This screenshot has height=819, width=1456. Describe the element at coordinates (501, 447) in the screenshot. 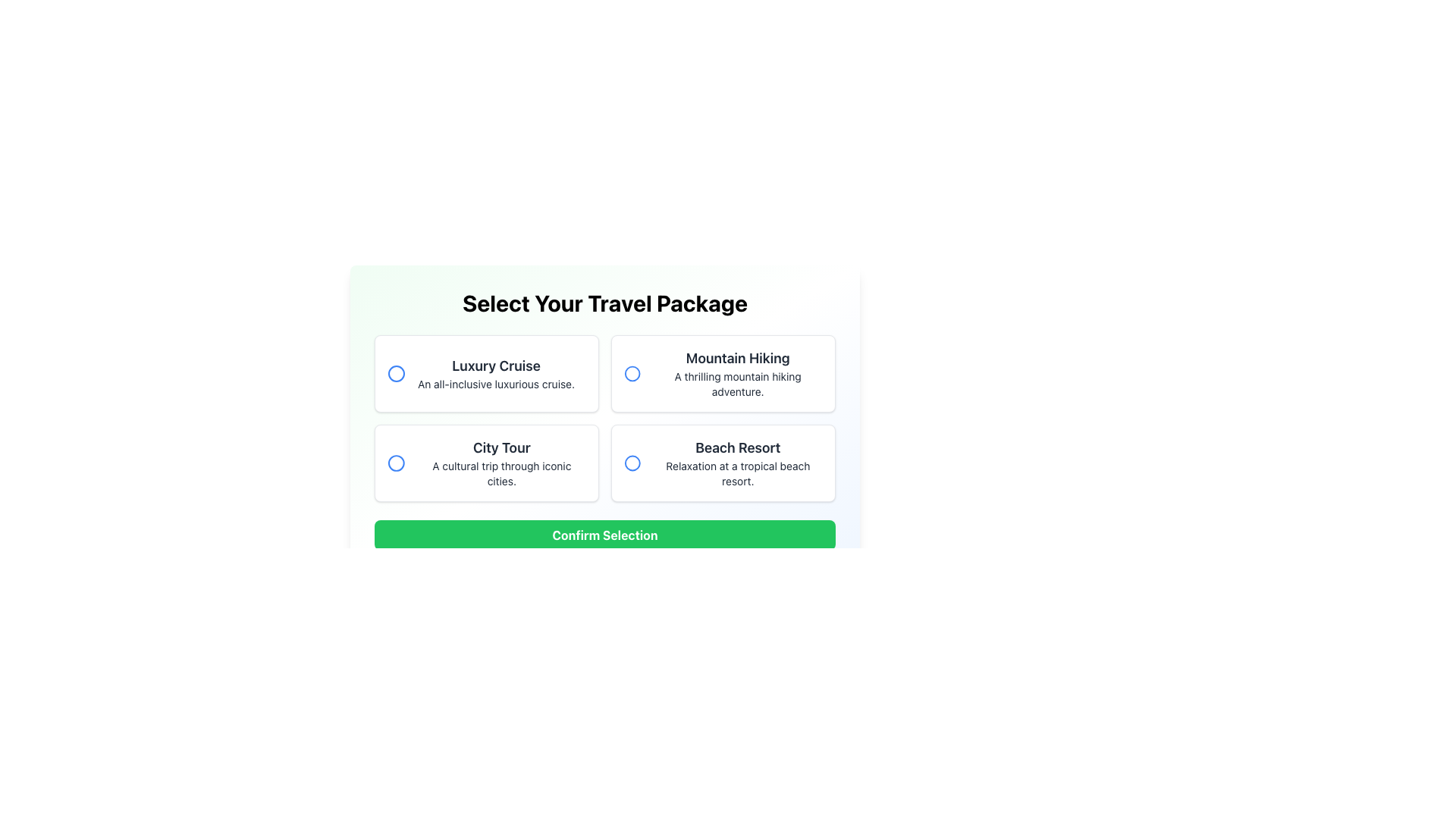

I see `text label 'City Tour', which is styled in bold and significantly larger than surrounding text, located in the travel package selection interface above 'Beach Resort' and below 'Luxury Cruise'` at that location.